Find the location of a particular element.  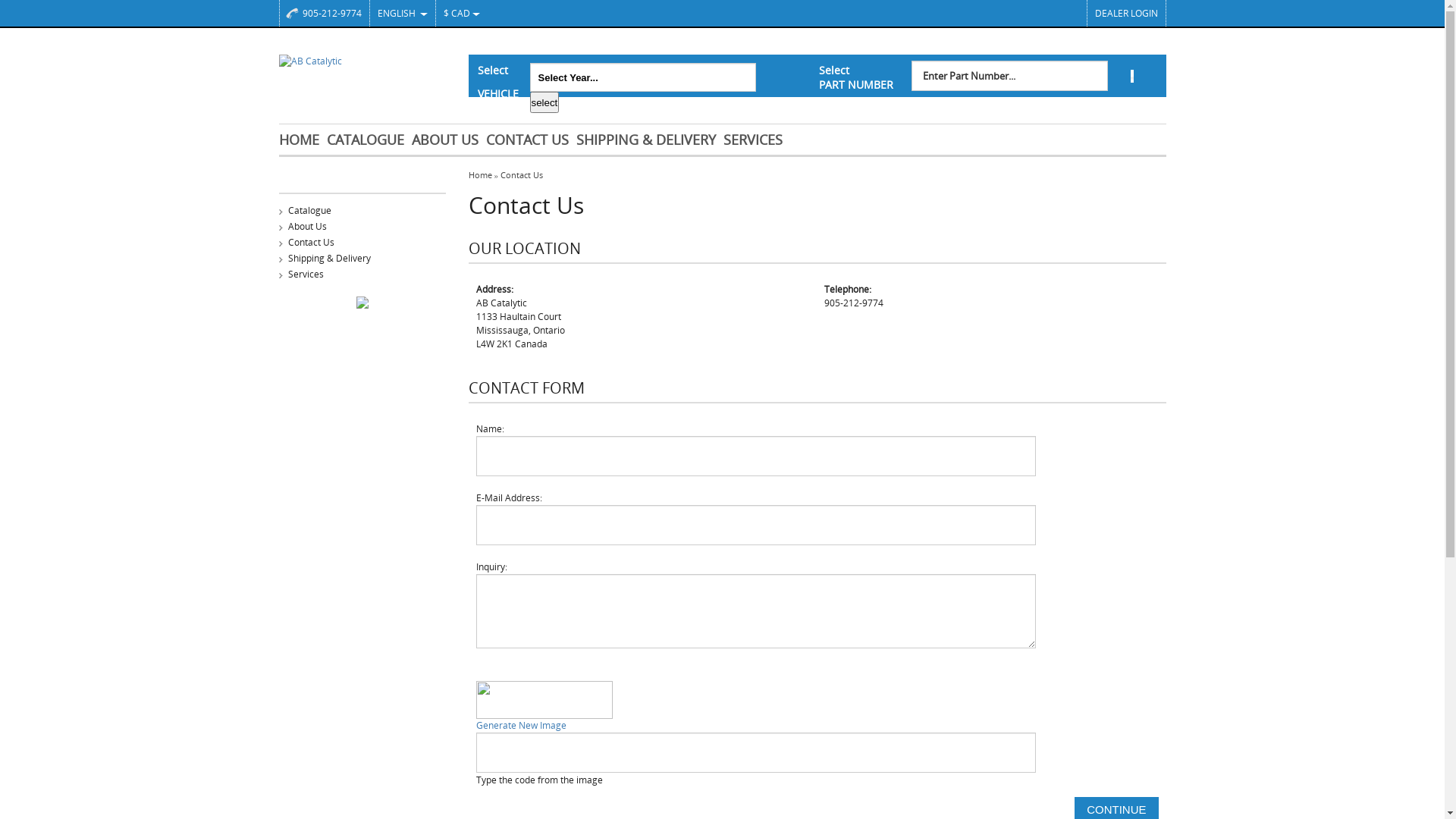

'Services' is located at coordinates (362, 273).